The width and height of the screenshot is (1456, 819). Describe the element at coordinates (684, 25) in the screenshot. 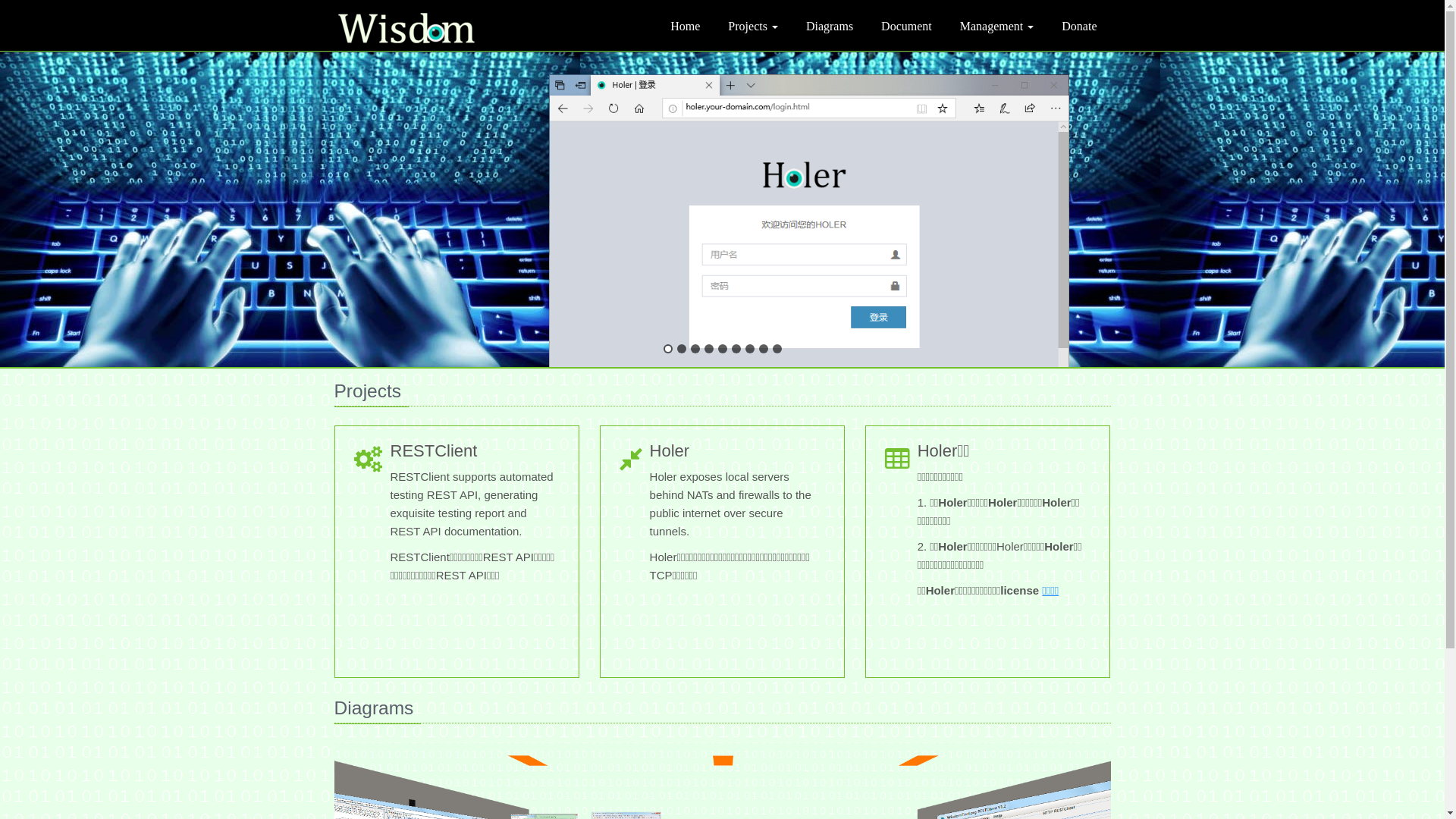

I see `'Home'` at that location.